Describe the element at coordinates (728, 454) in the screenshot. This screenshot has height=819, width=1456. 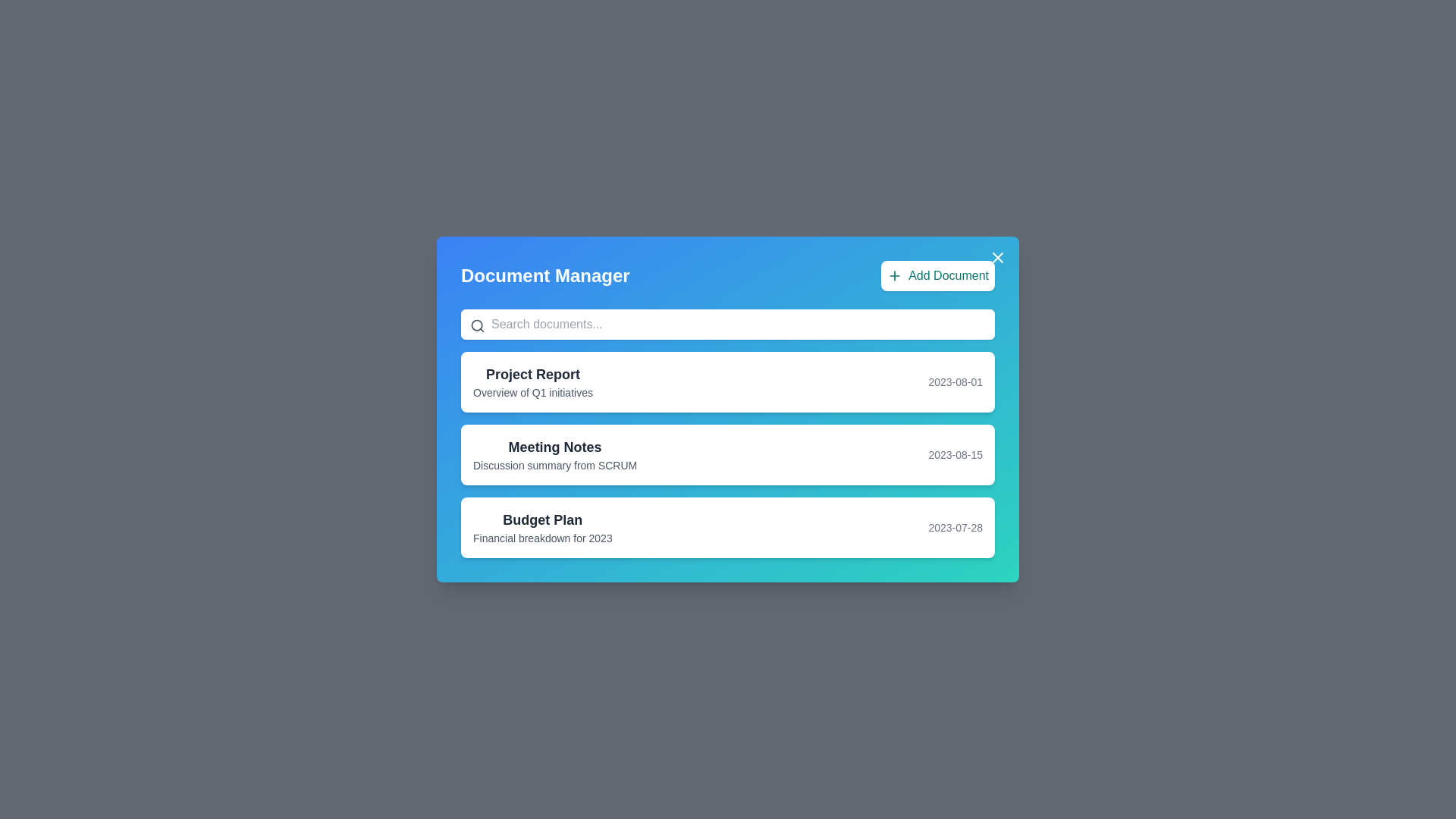
I see `the document titled 'Meeting Notes'` at that location.